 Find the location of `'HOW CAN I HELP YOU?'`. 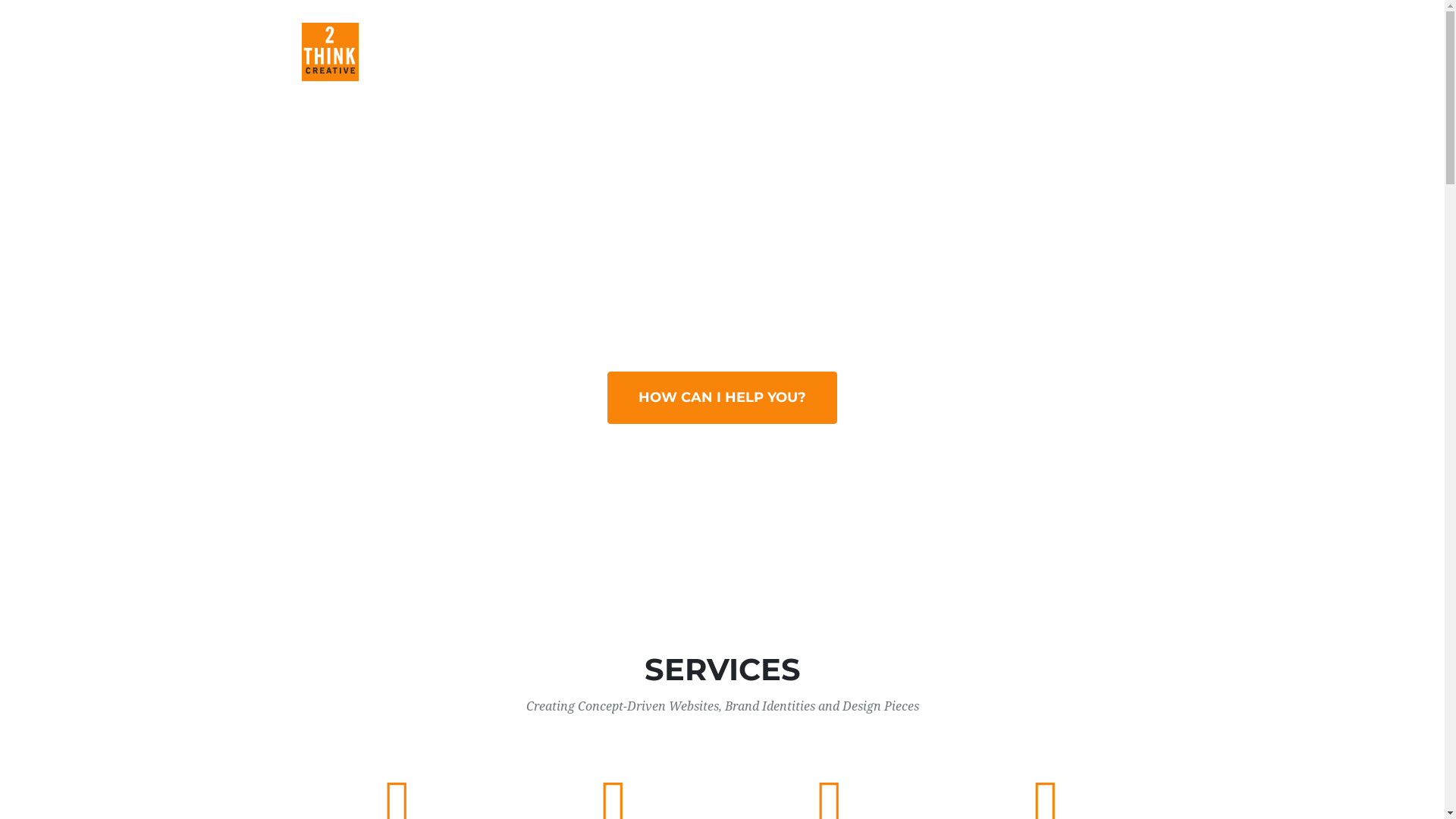

'HOW CAN I HELP YOU?' is located at coordinates (607, 397).